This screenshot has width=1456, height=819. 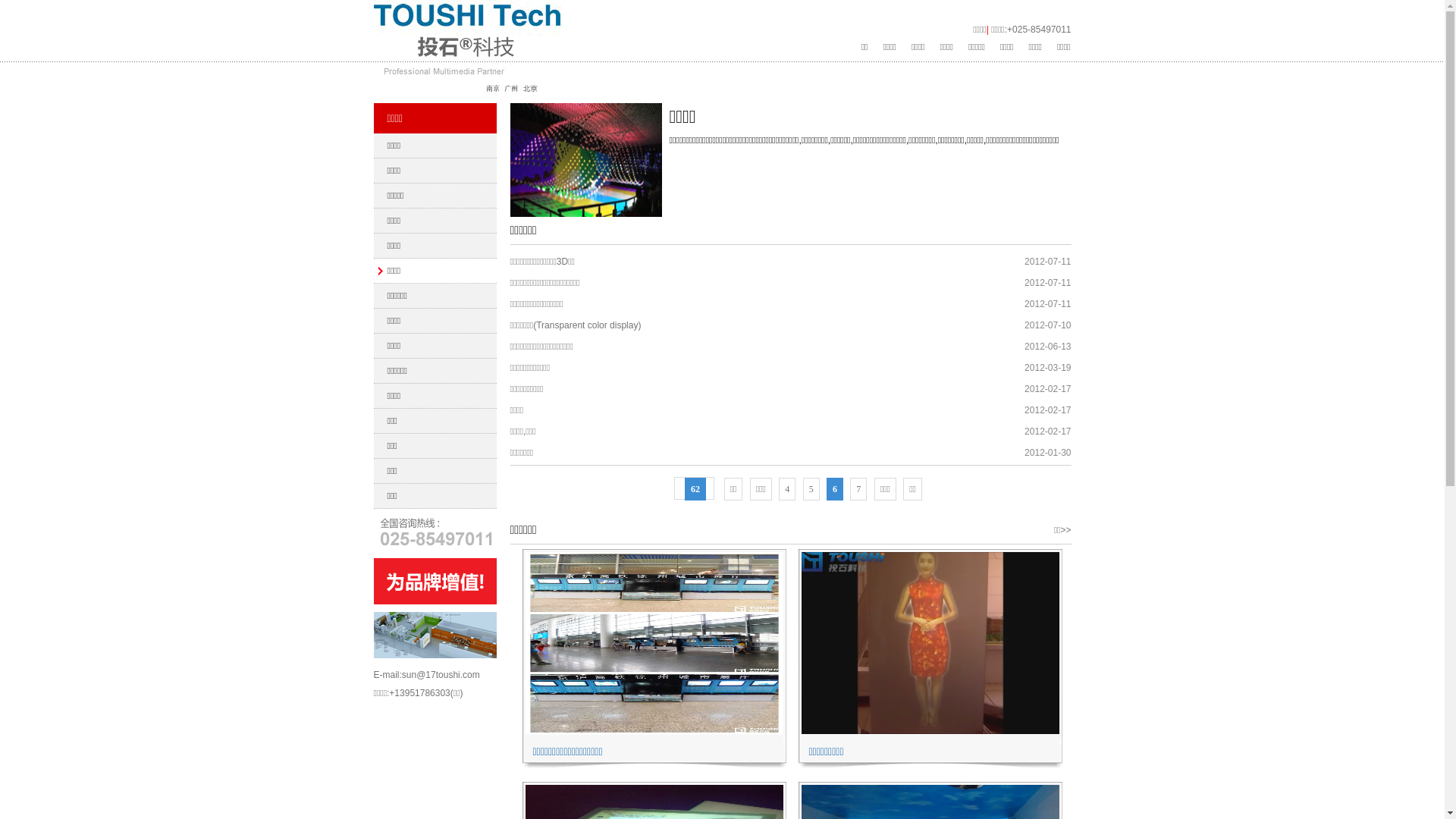 I want to click on '5', so click(x=811, y=488).